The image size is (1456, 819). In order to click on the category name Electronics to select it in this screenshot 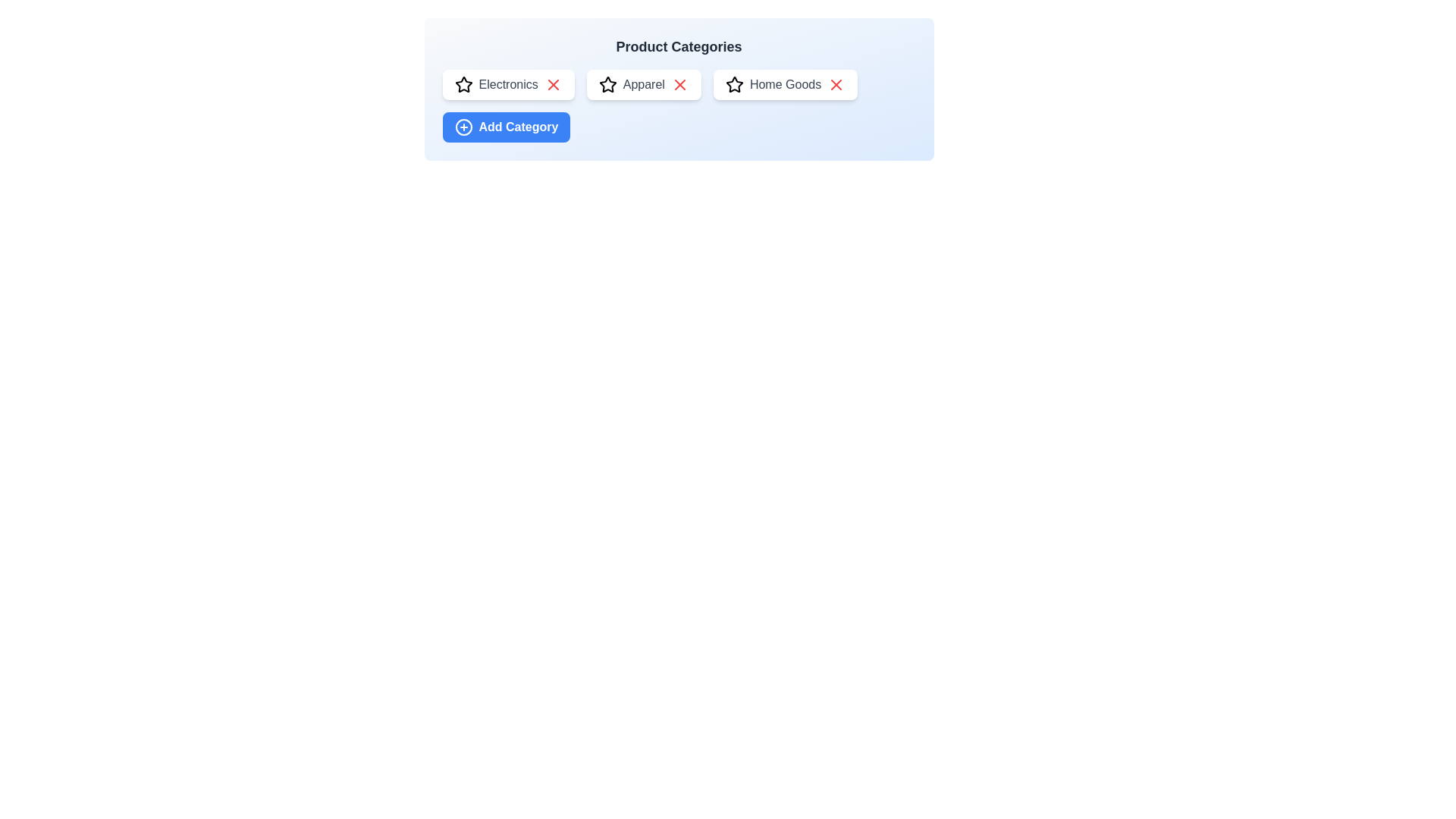, I will do `click(508, 84)`.